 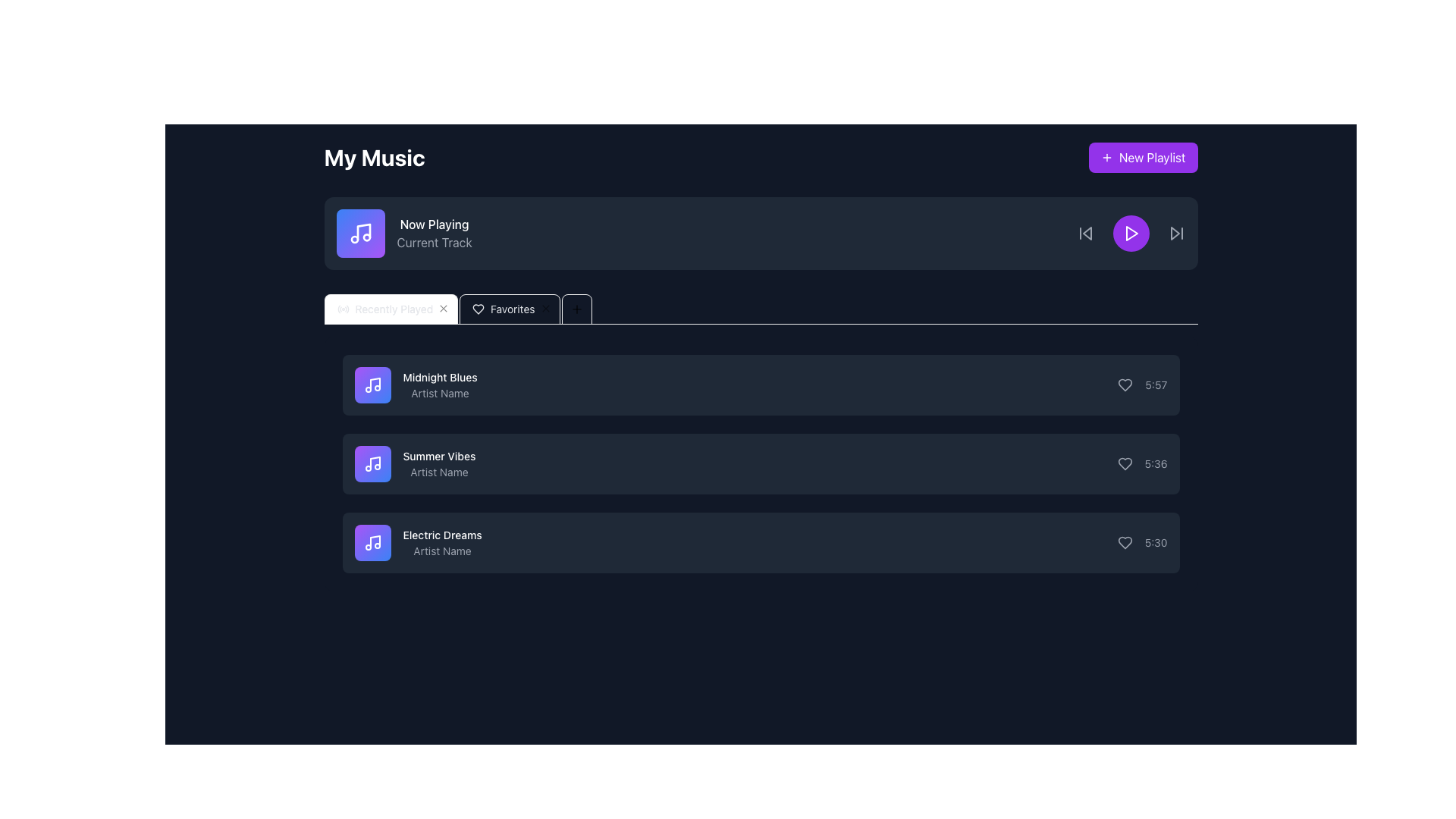 I want to click on the 'Favorites' tab, which is the second tab from the left, featuring a heart-shaped icon and light gray text on a dark background, so click(x=503, y=309).